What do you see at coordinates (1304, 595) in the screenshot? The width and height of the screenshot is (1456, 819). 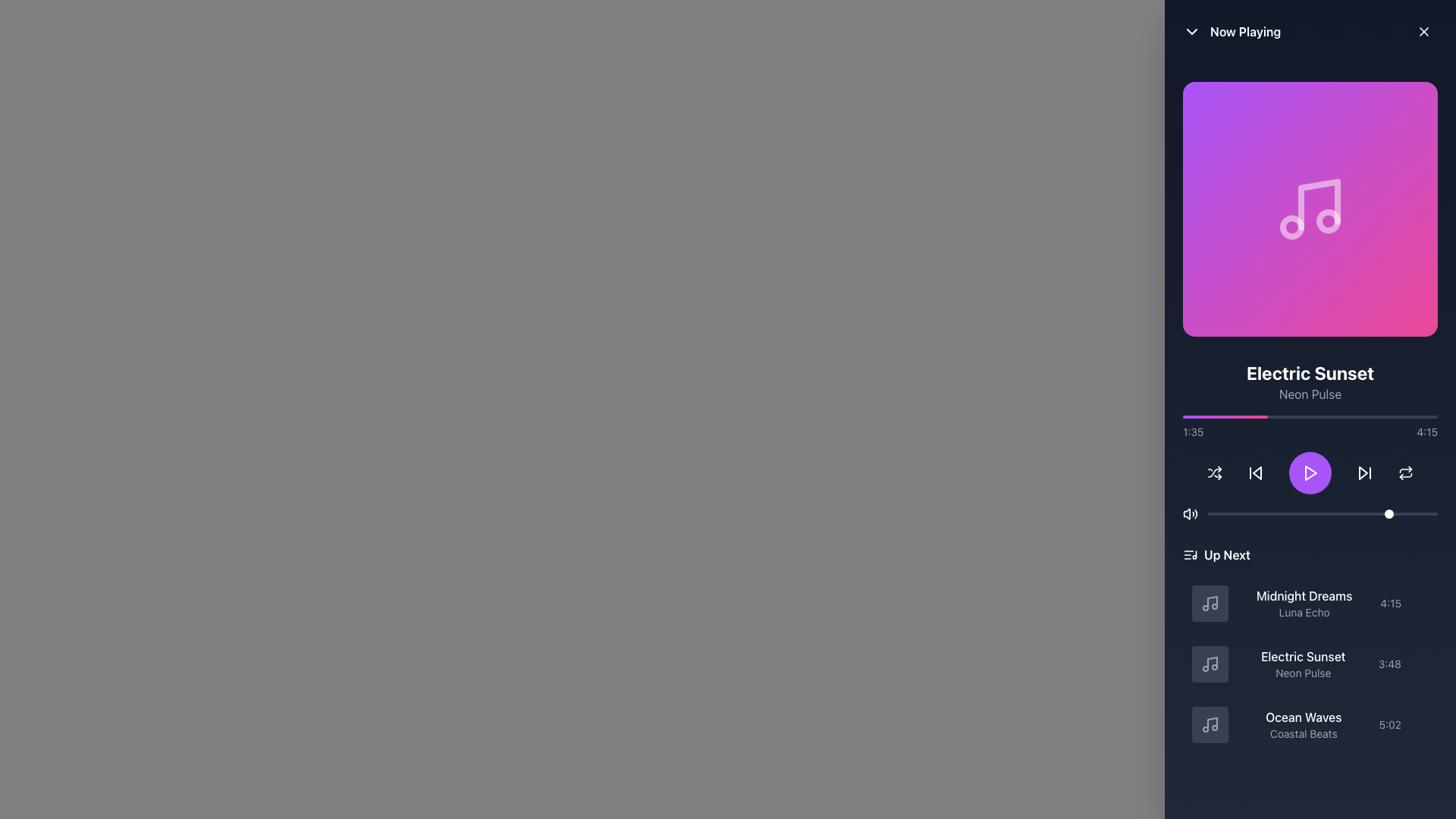 I see `title 'Midnight Dreams' from the text label located in the 'Up Next' section above 'Luna Echo'` at bounding box center [1304, 595].